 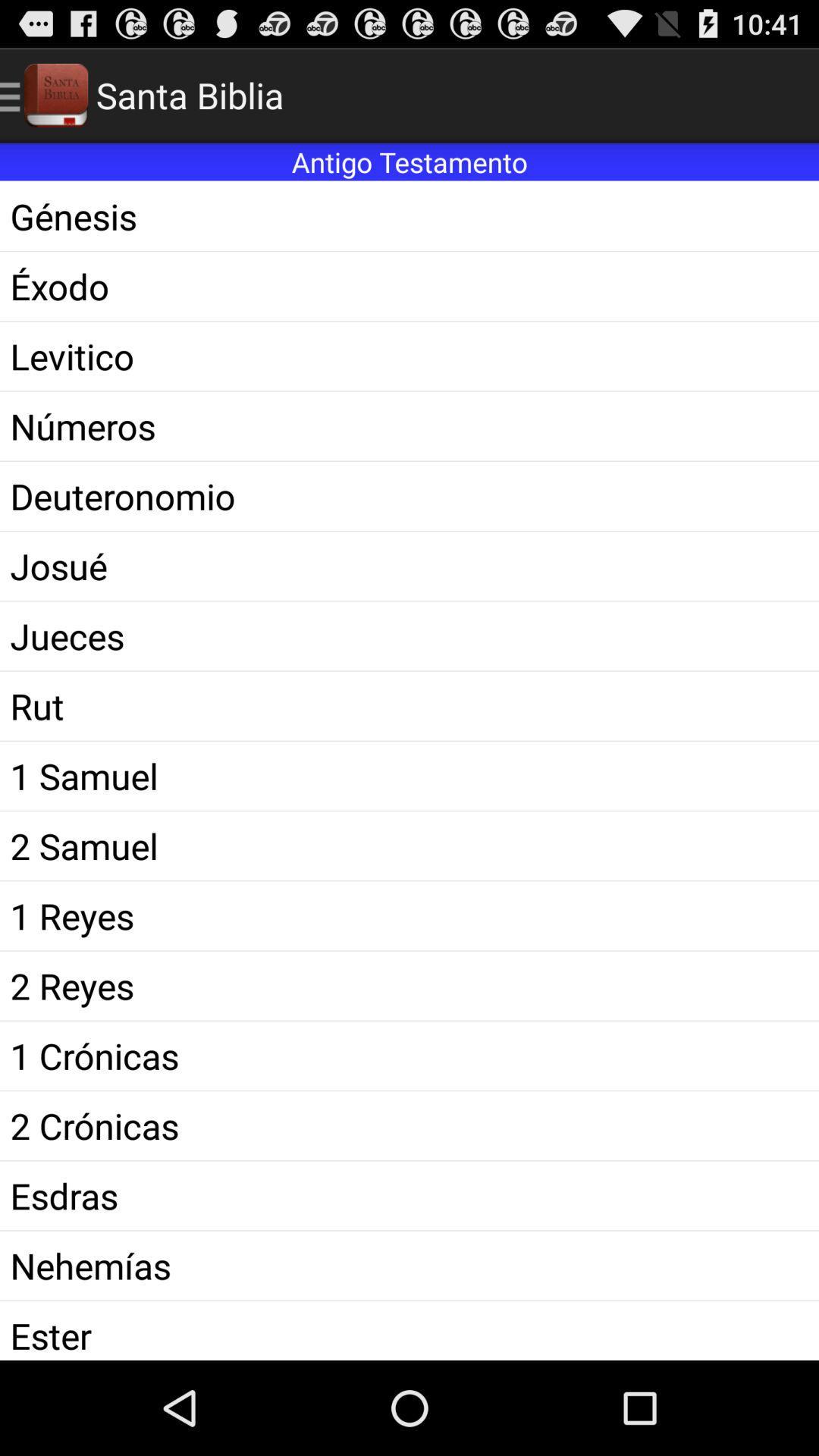 What do you see at coordinates (409, 705) in the screenshot?
I see `the rut app` at bounding box center [409, 705].